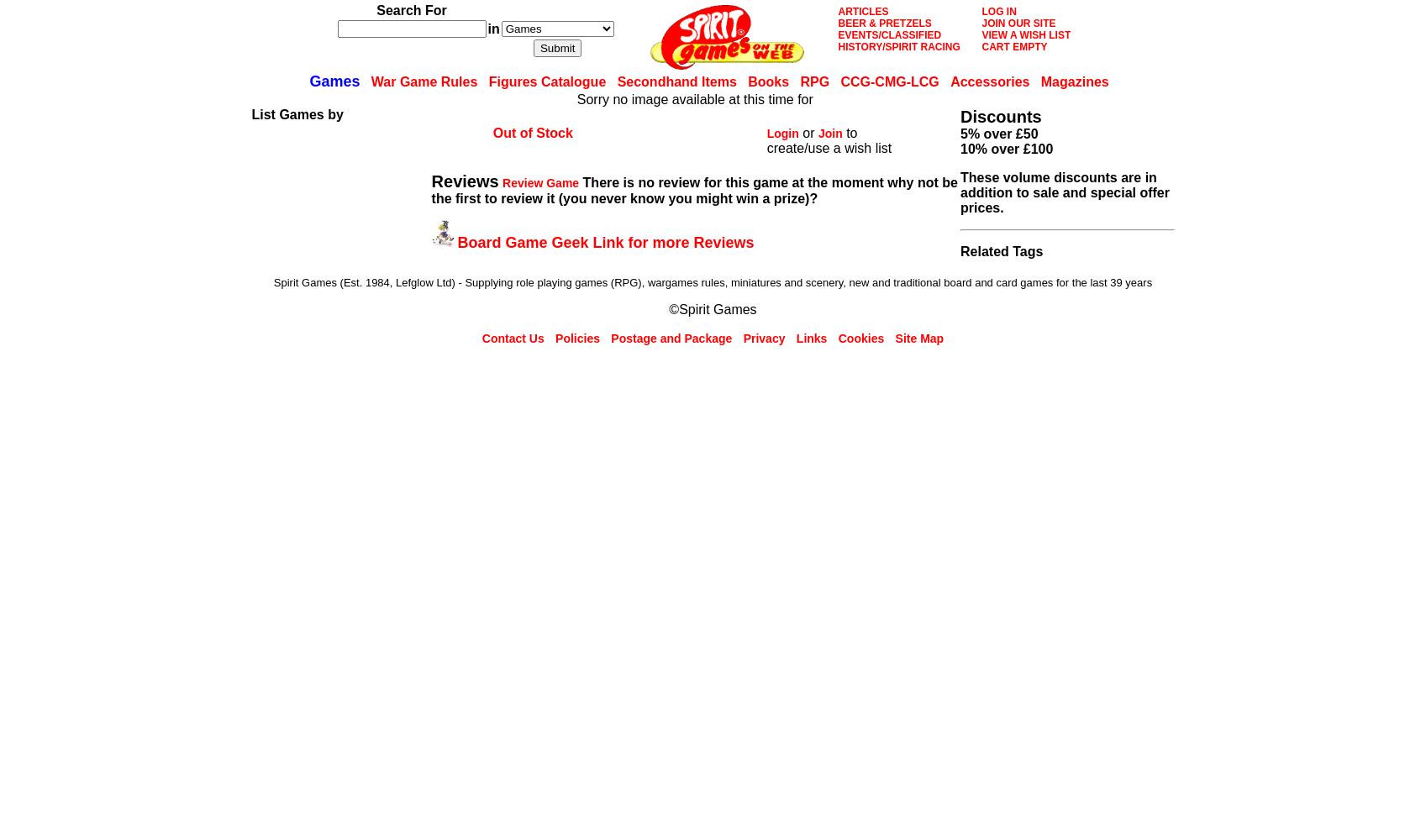  What do you see at coordinates (424, 81) in the screenshot?
I see `'War Game Rules'` at bounding box center [424, 81].